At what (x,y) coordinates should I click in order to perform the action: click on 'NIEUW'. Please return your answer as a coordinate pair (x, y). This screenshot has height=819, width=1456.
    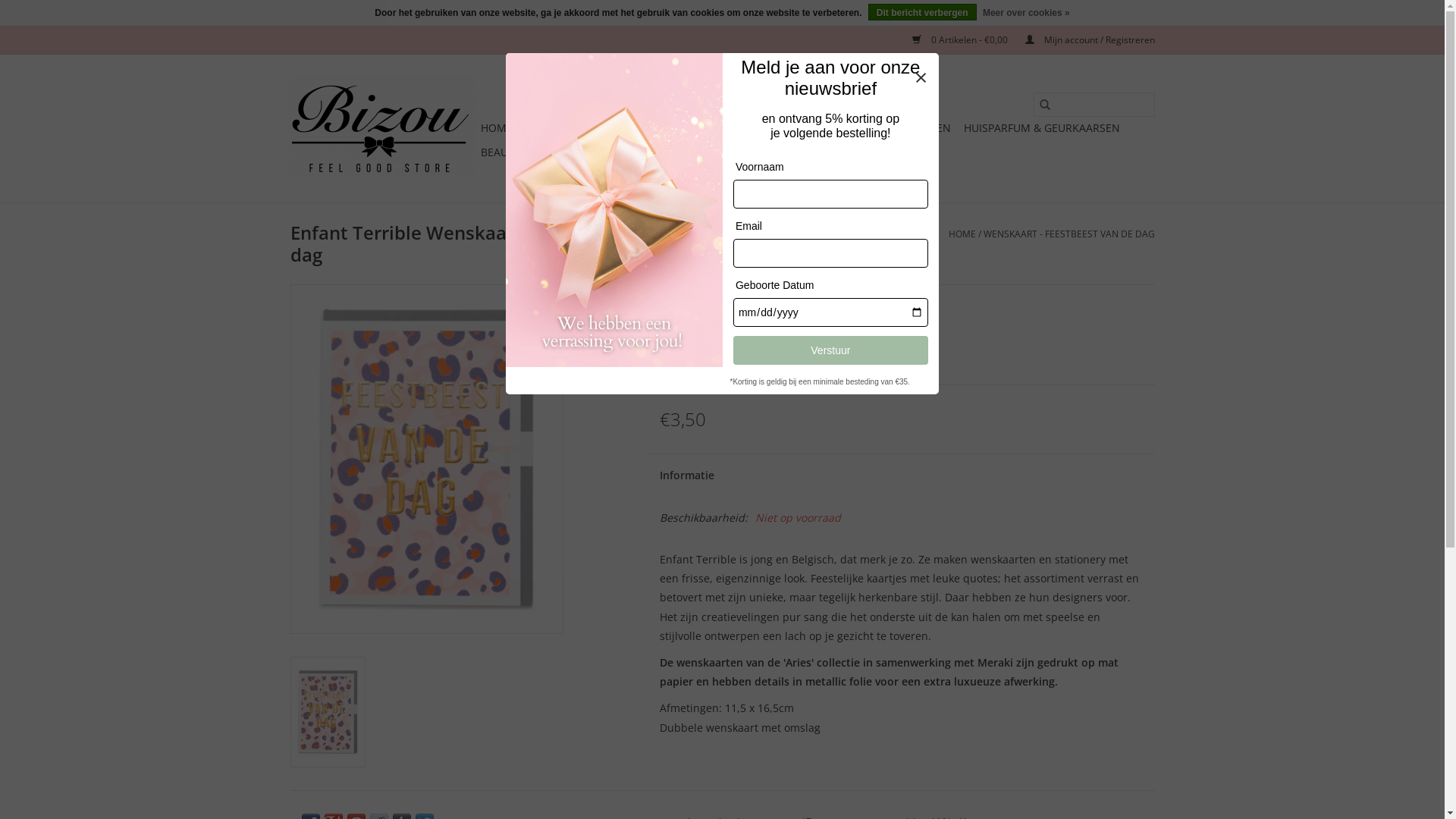
    Looking at the image, I should click on (668, 127).